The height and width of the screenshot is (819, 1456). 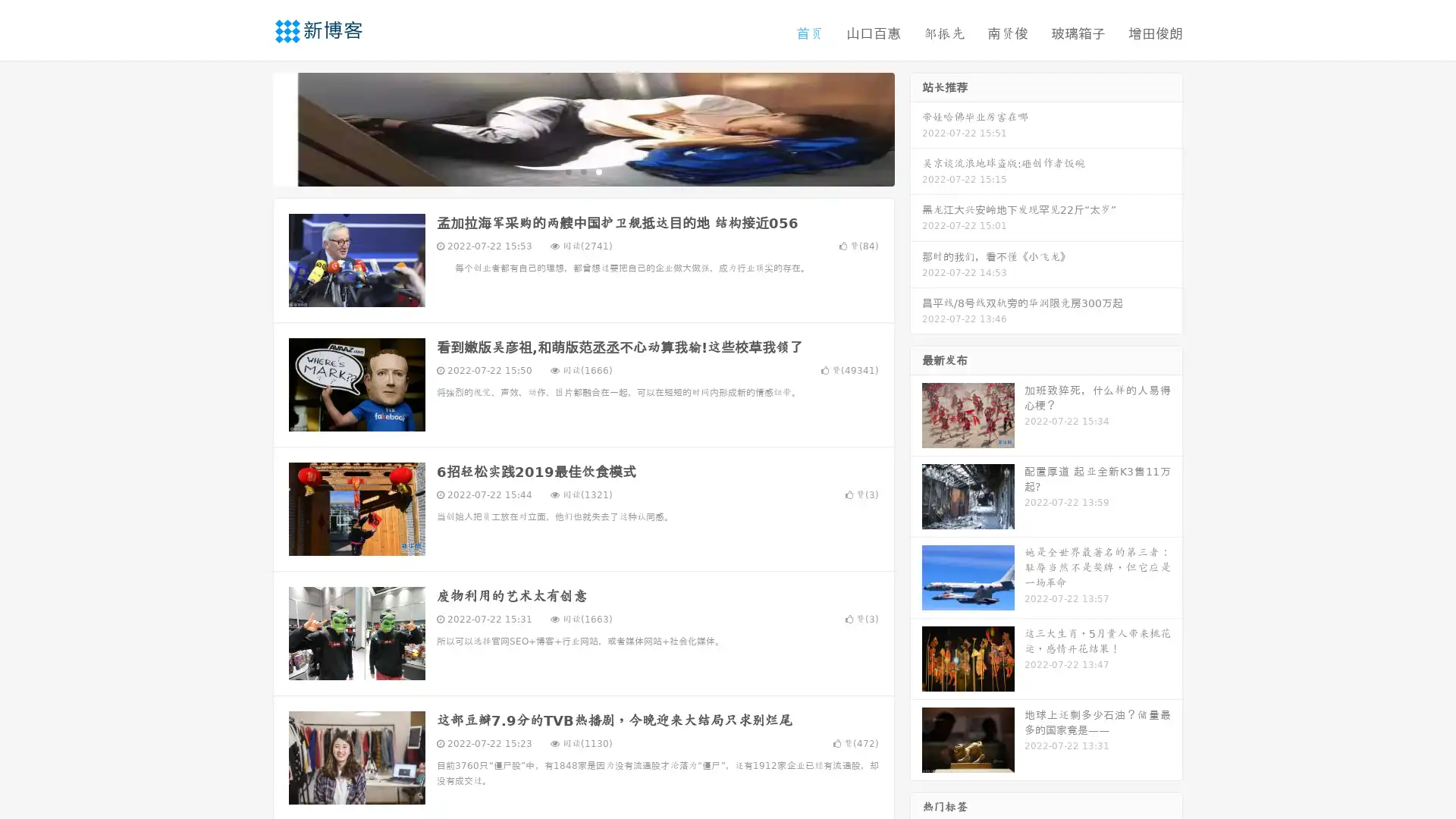 I want to click on Next slide, so click(x=916, y=127).